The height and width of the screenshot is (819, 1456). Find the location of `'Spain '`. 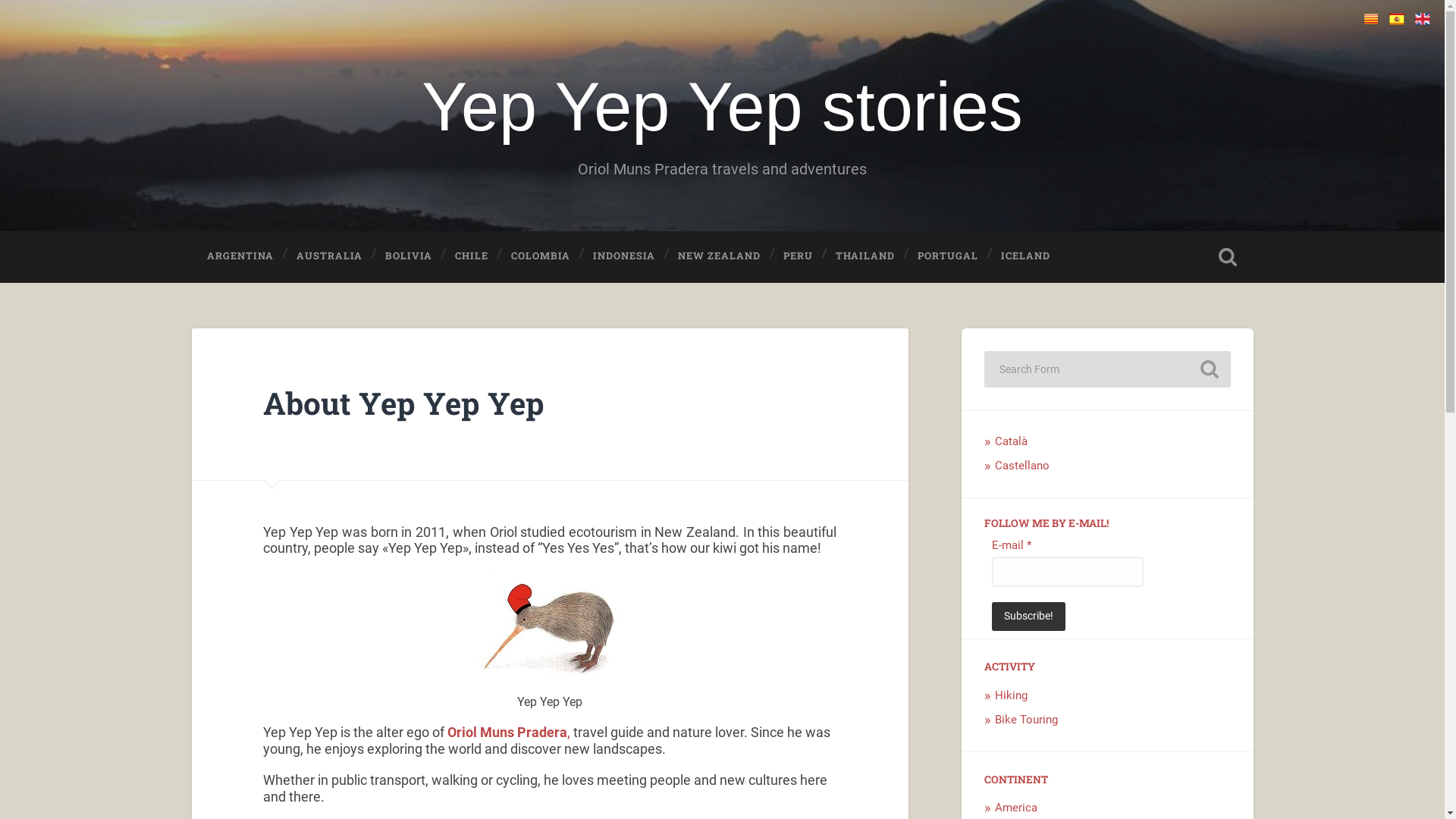

'Spain ' is located at coordinates (1396, 18).